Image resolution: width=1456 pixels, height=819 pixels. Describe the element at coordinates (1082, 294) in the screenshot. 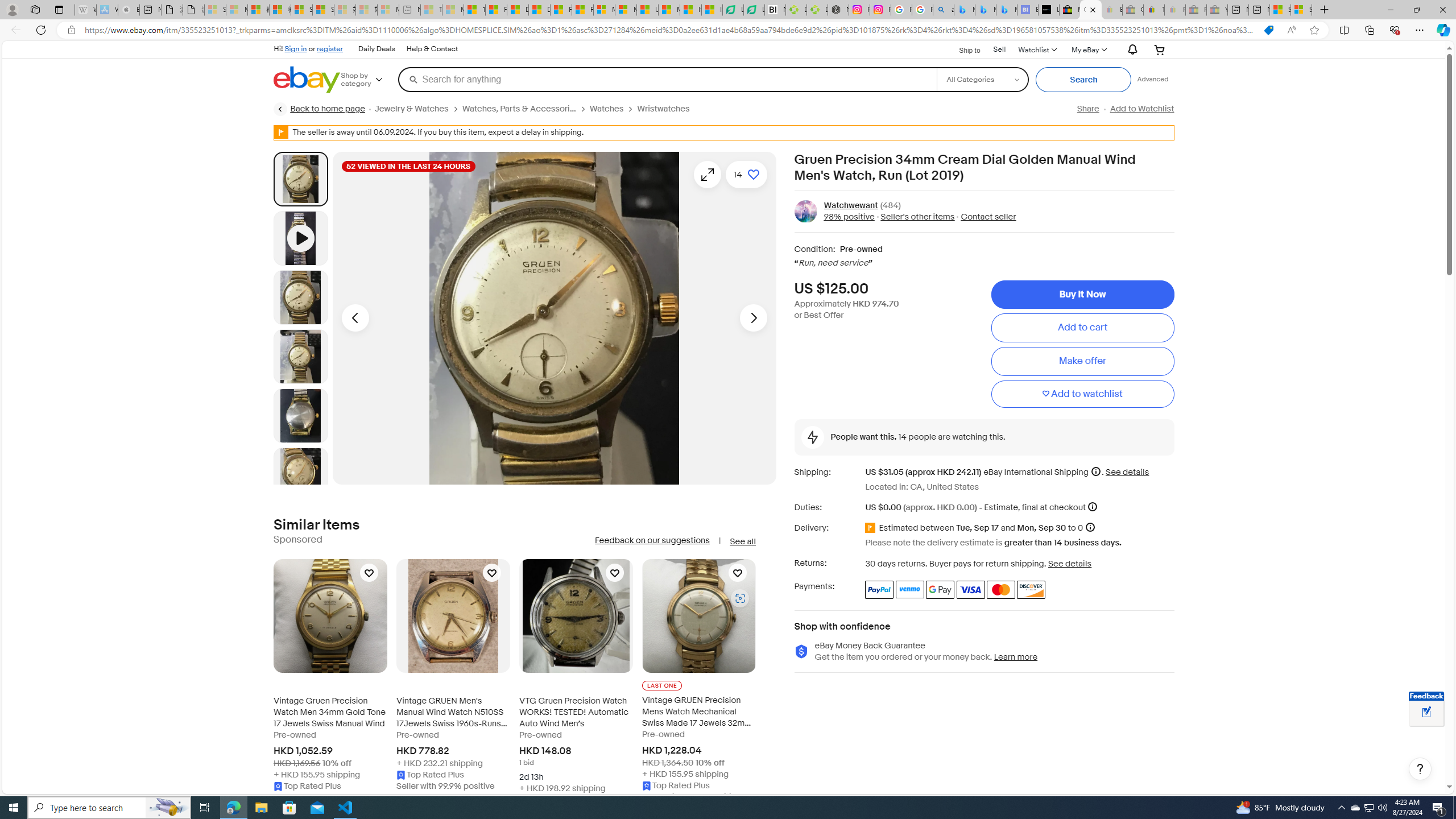

I see `'Buy It Now'` at that location.